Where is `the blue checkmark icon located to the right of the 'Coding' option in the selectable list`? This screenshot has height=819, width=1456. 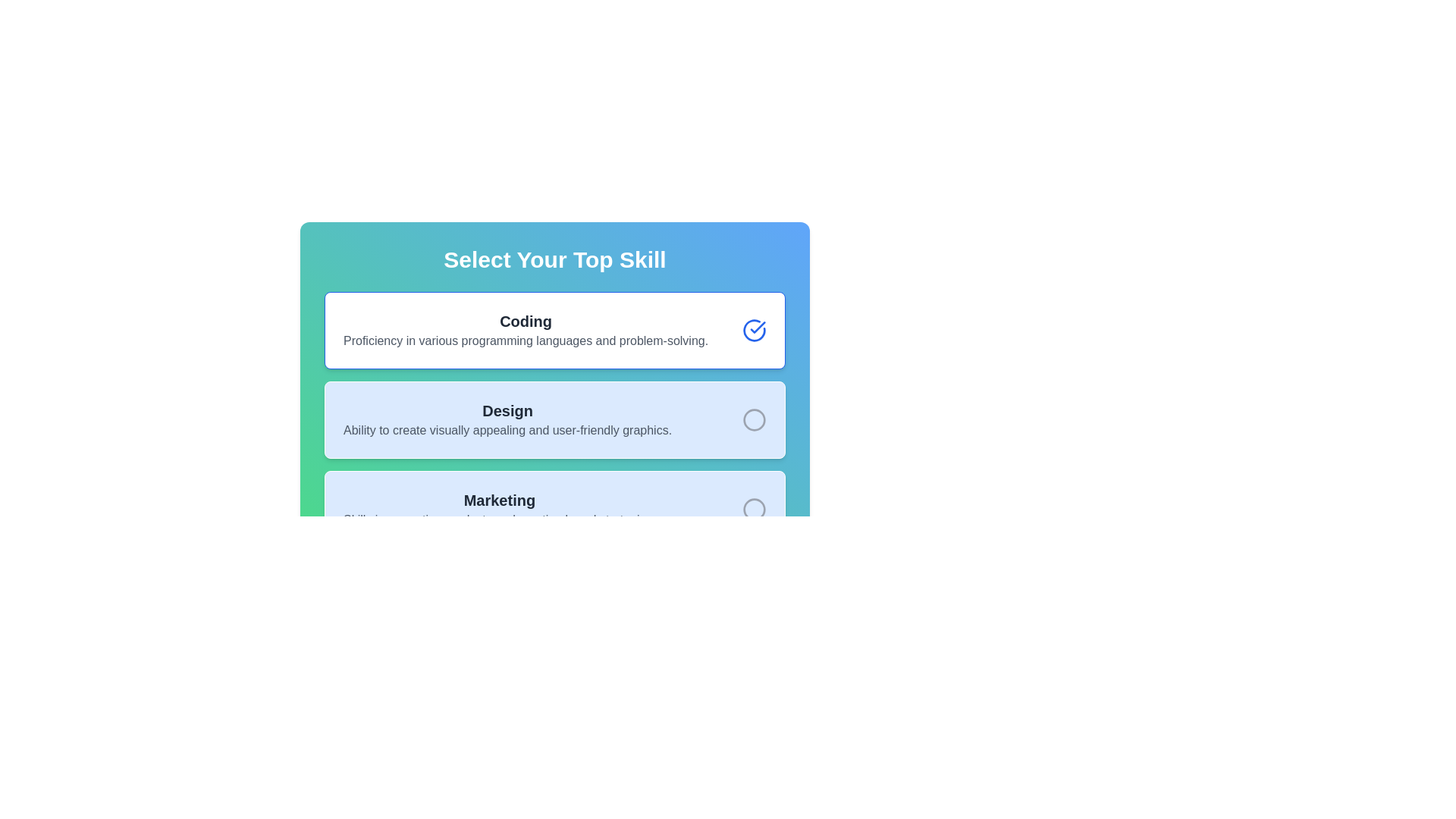 the blue checkmark icon located to the right of the 'Coding' option in the selectable list is located at coordinates (758, 327).